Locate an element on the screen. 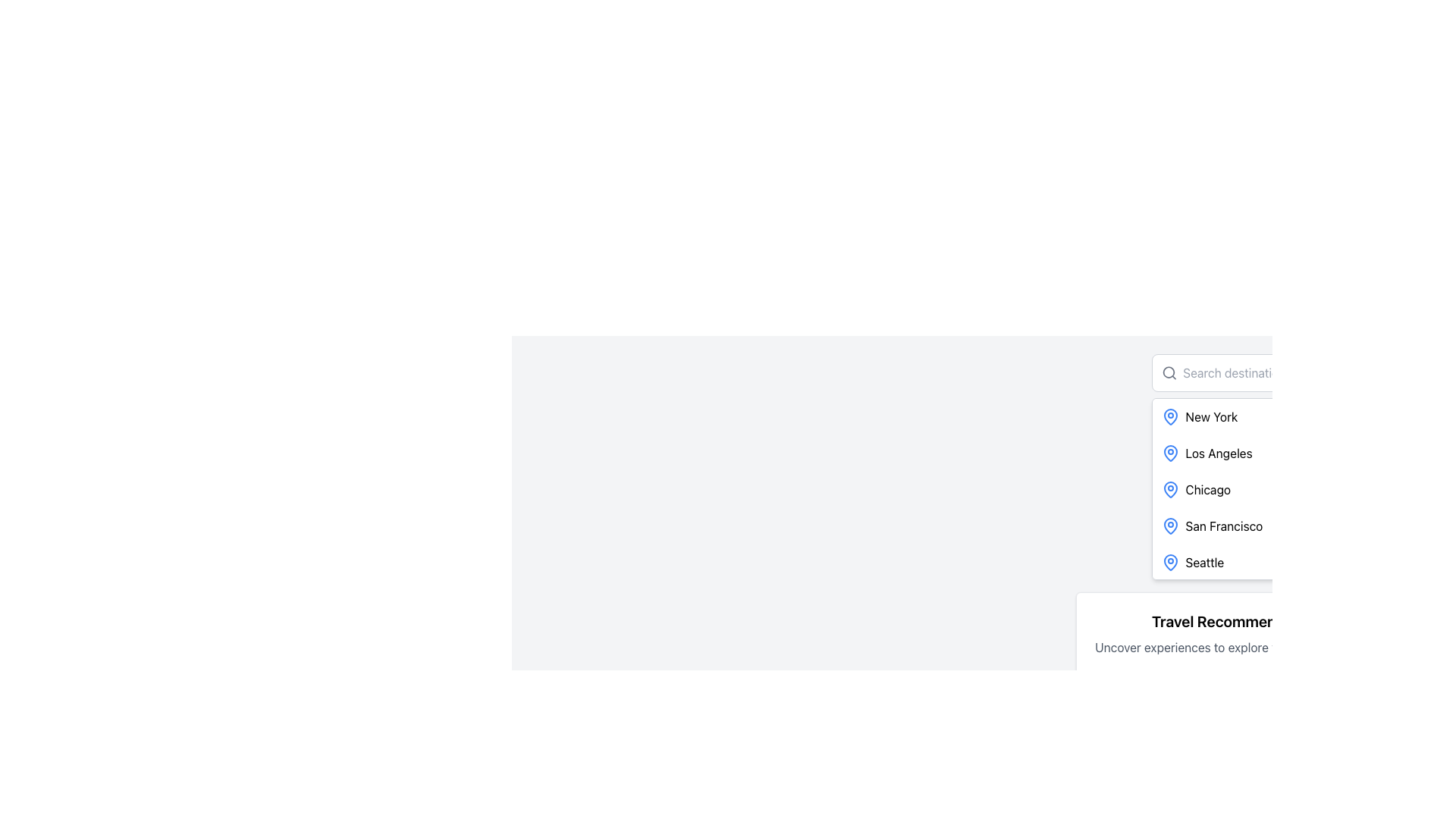 The image size is (1456, 819). the magnifying glass icon, which features a circular lens and a slanted handle, located adjacent to the 'Search destination...' input field is located at coordinates (1168, 373).